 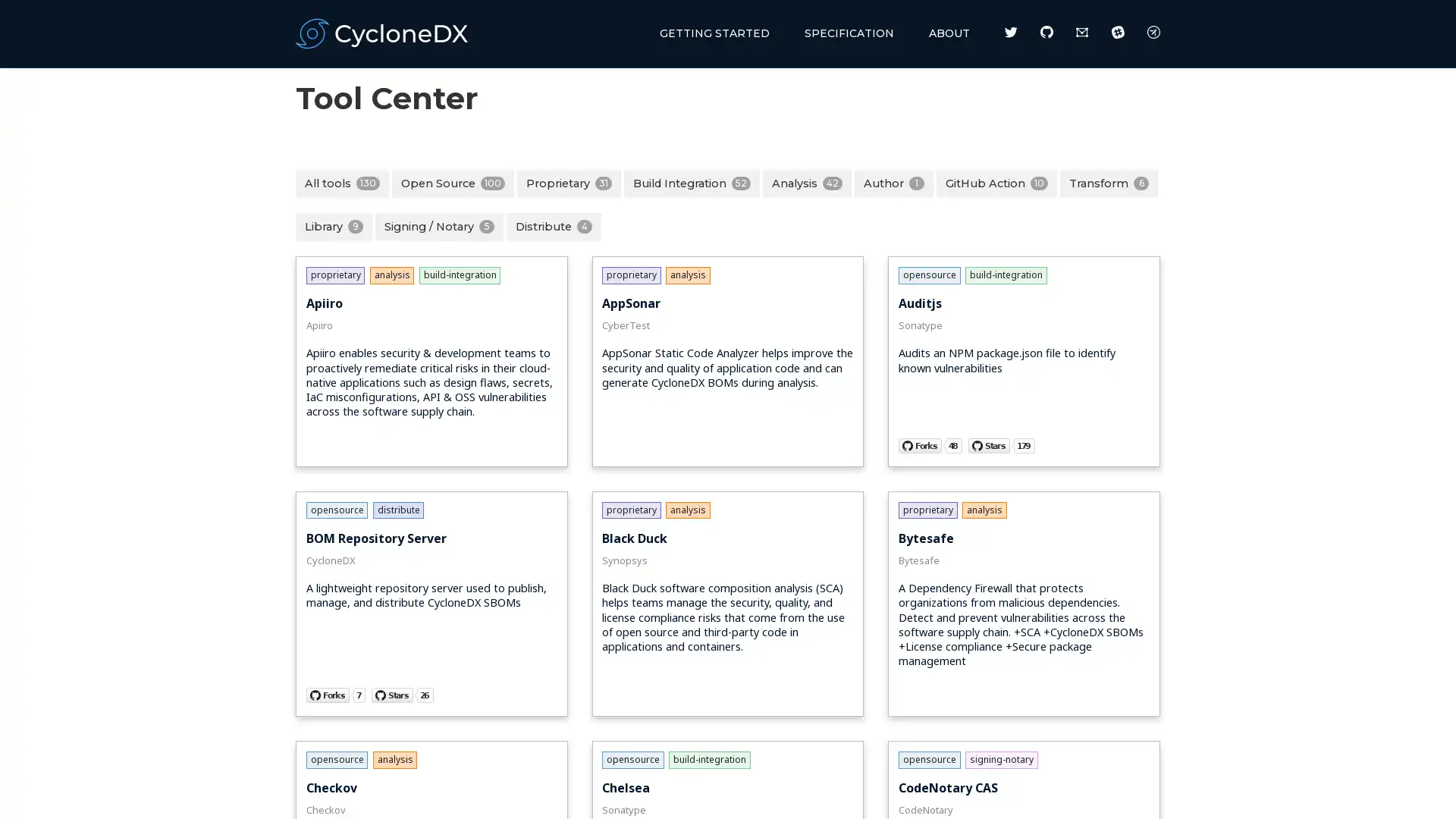 What do you see at coordinates (806, 182) in the screenshot?
I see `Analysis 42` at bounding box center [806, 182].